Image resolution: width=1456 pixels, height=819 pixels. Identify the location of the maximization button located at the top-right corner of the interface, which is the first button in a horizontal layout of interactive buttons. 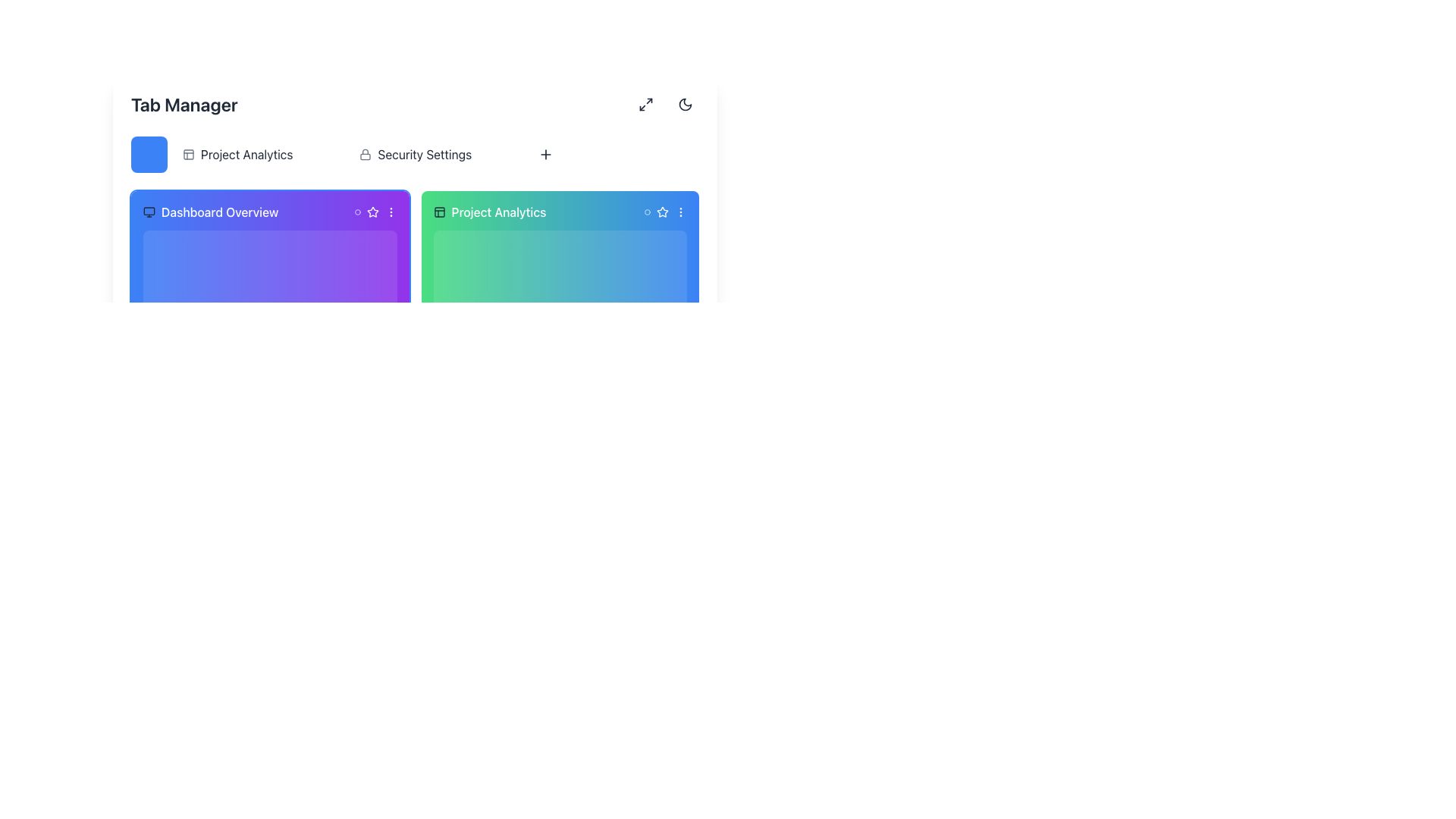
(645, 104).